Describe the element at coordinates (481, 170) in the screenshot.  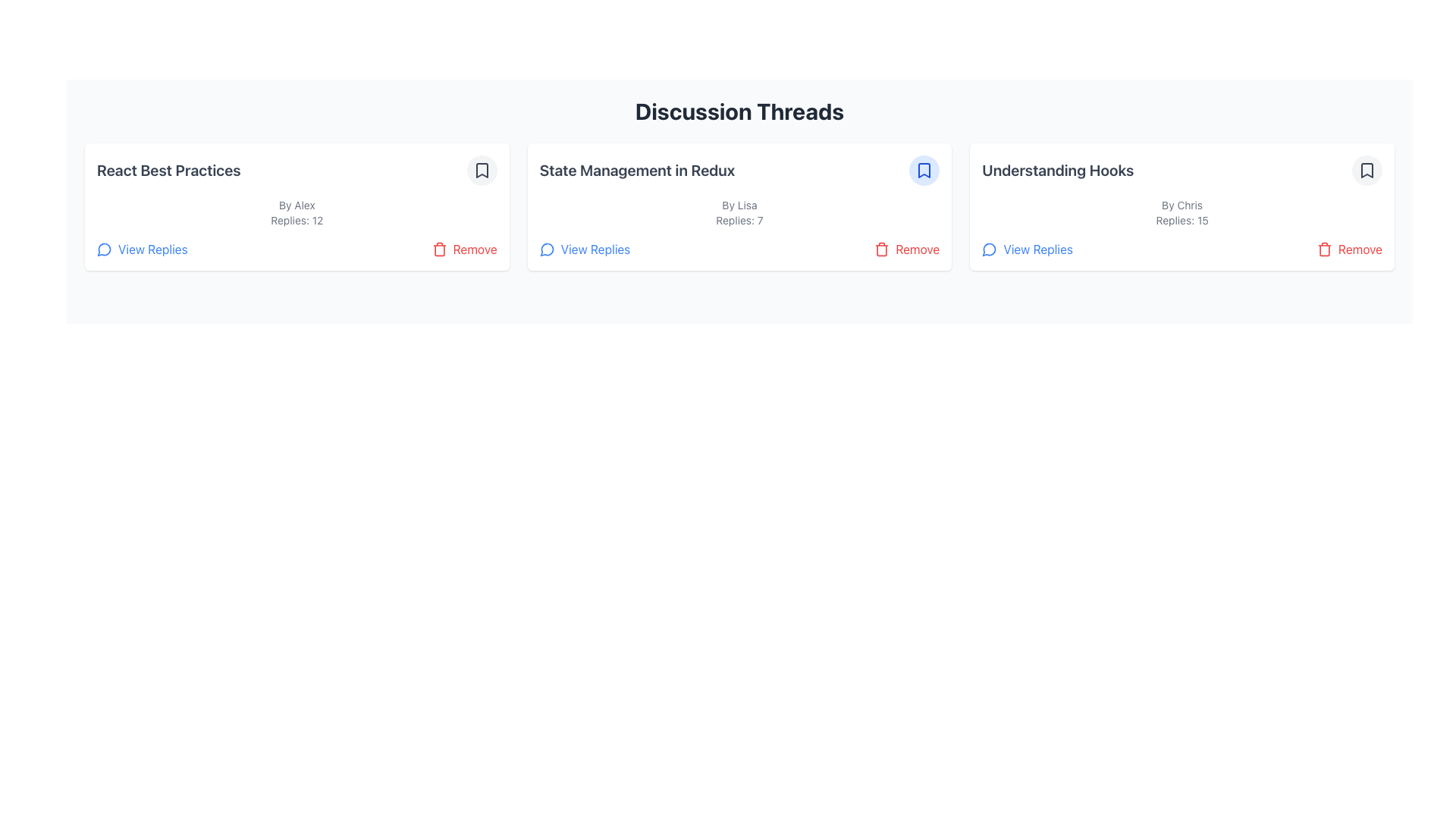
I see `the circular button with a light gray background and a dark gray bookmark icon, located at the top-right corner of the 'React Best Practices' card` at that location.